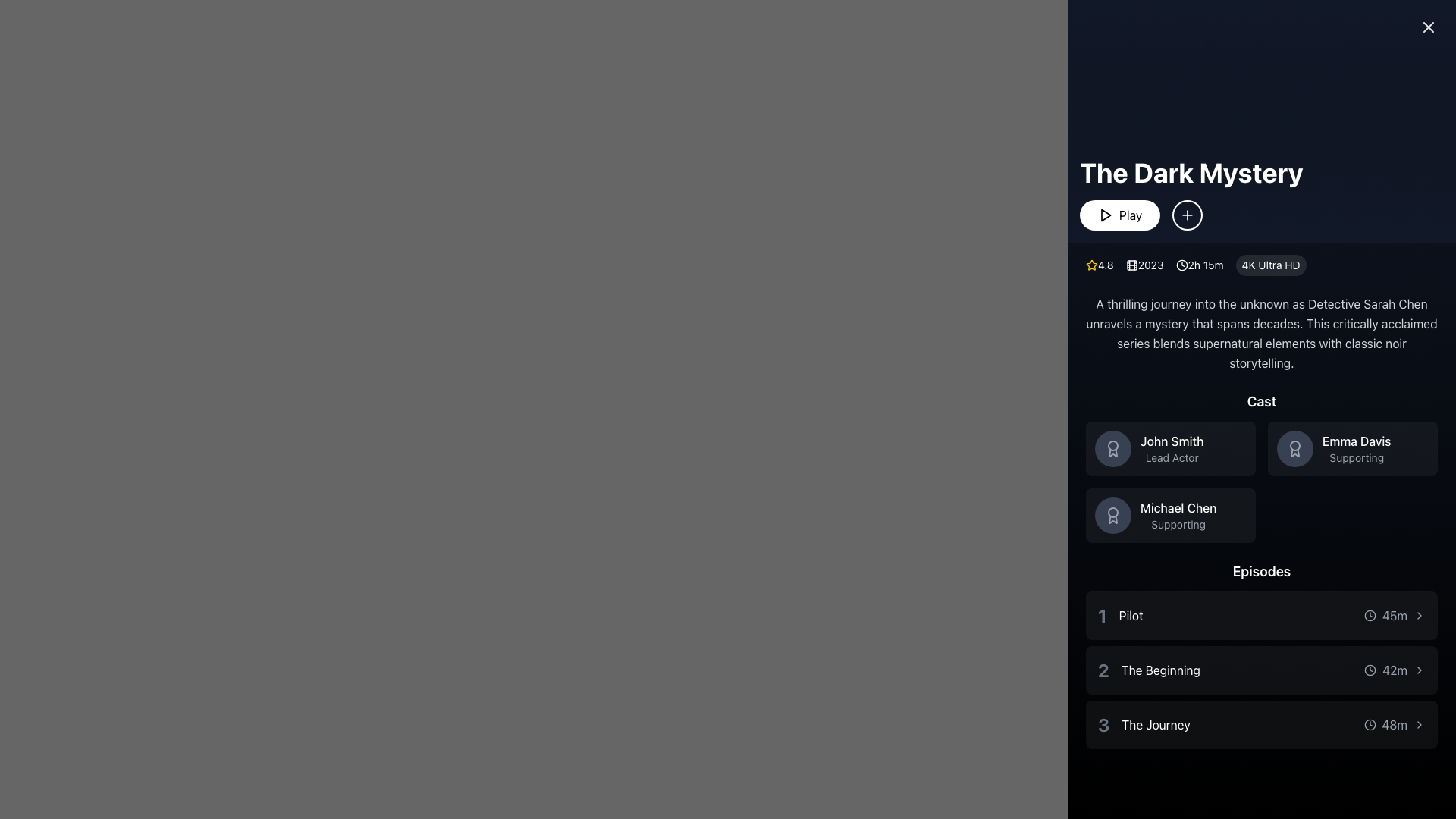 Image resolution: width=1456 pixels, height=819 pixels. Describe the element at coordinates (1357, 447) in the screenshot. I see `the text label identifying the cast member 'Emma Davis' in the 'Cast' section of 'The Dark Mystery' interface, which is positioned below 'John Smith' and above 'Michael Chen'` at that location.